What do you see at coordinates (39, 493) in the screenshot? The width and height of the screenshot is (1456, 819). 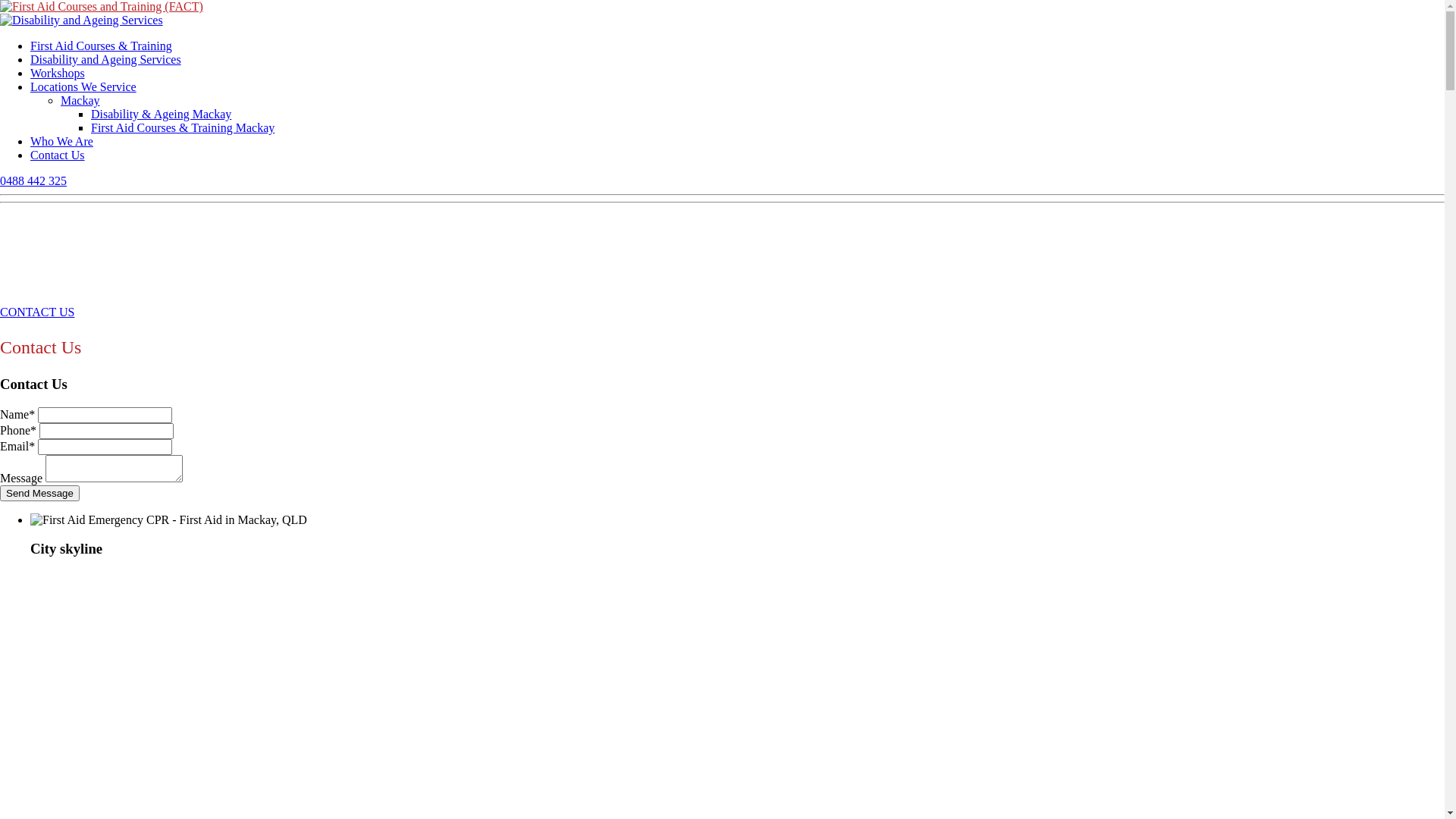 I see `'Send Message'` at bounding box center [39, 493].